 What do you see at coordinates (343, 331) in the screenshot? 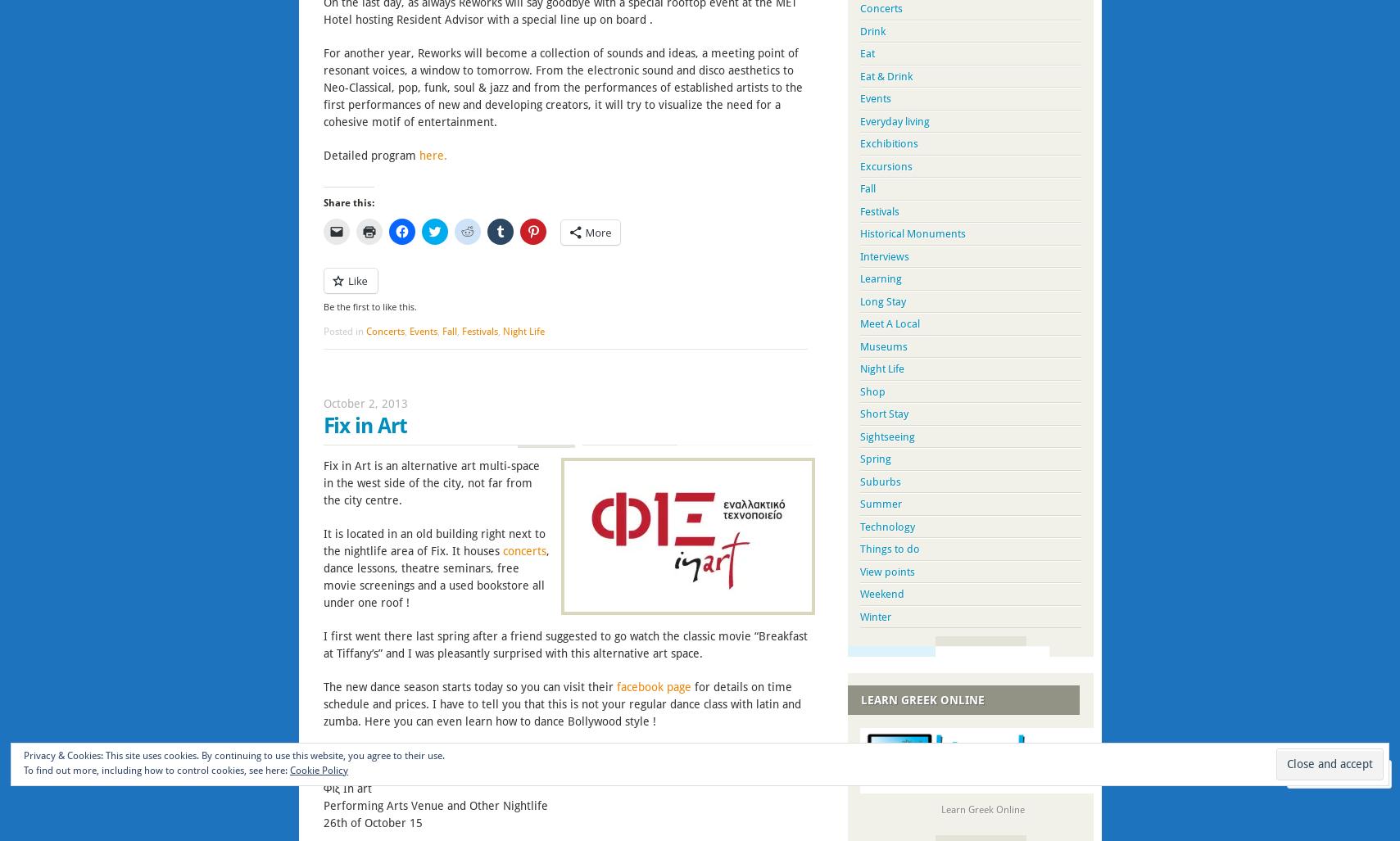
I see `'Posted in'` at bounding box center [343, 331].